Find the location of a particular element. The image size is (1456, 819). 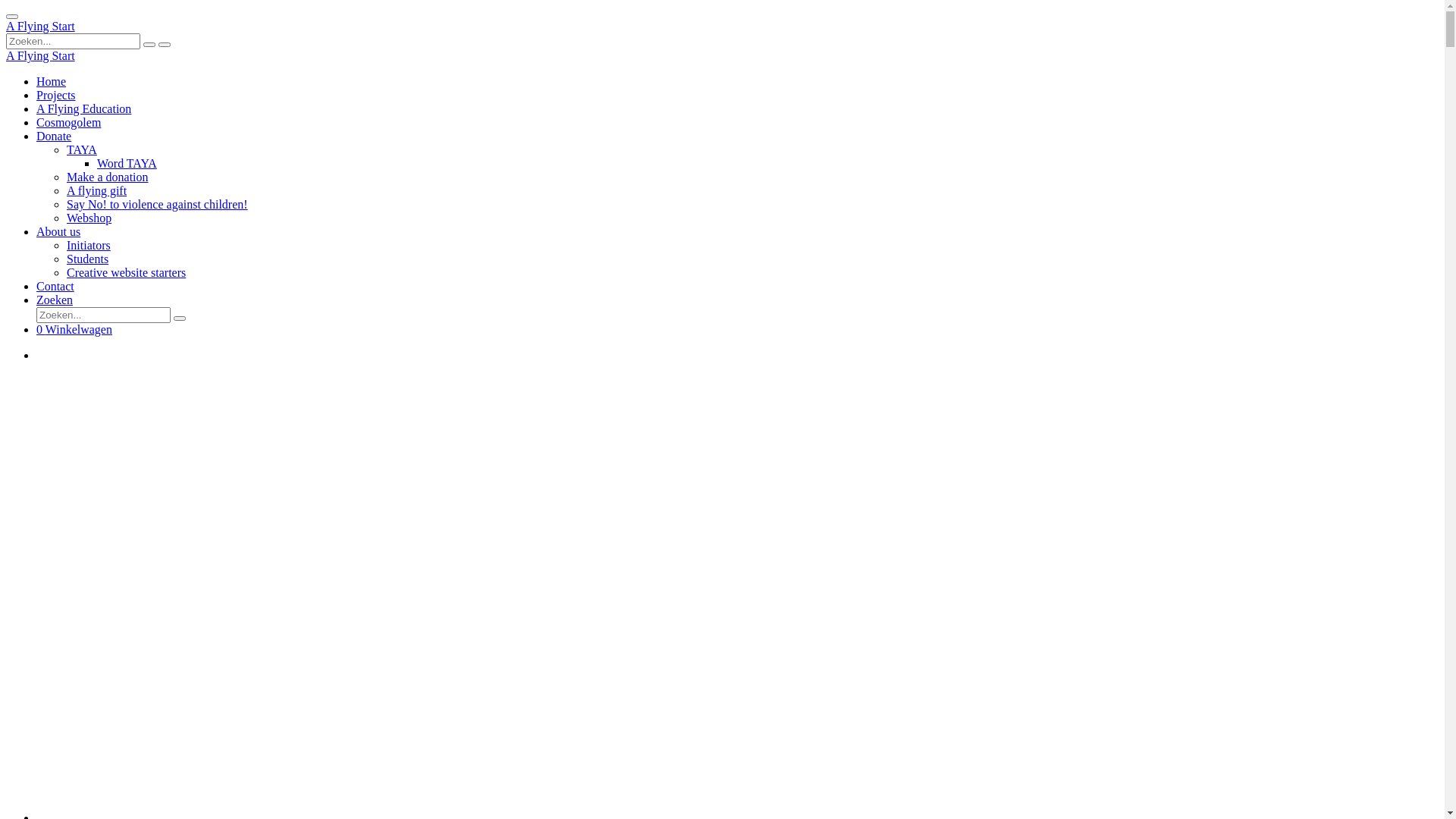

'Say No! to violence against children!' is located at coordinates (157, 203).